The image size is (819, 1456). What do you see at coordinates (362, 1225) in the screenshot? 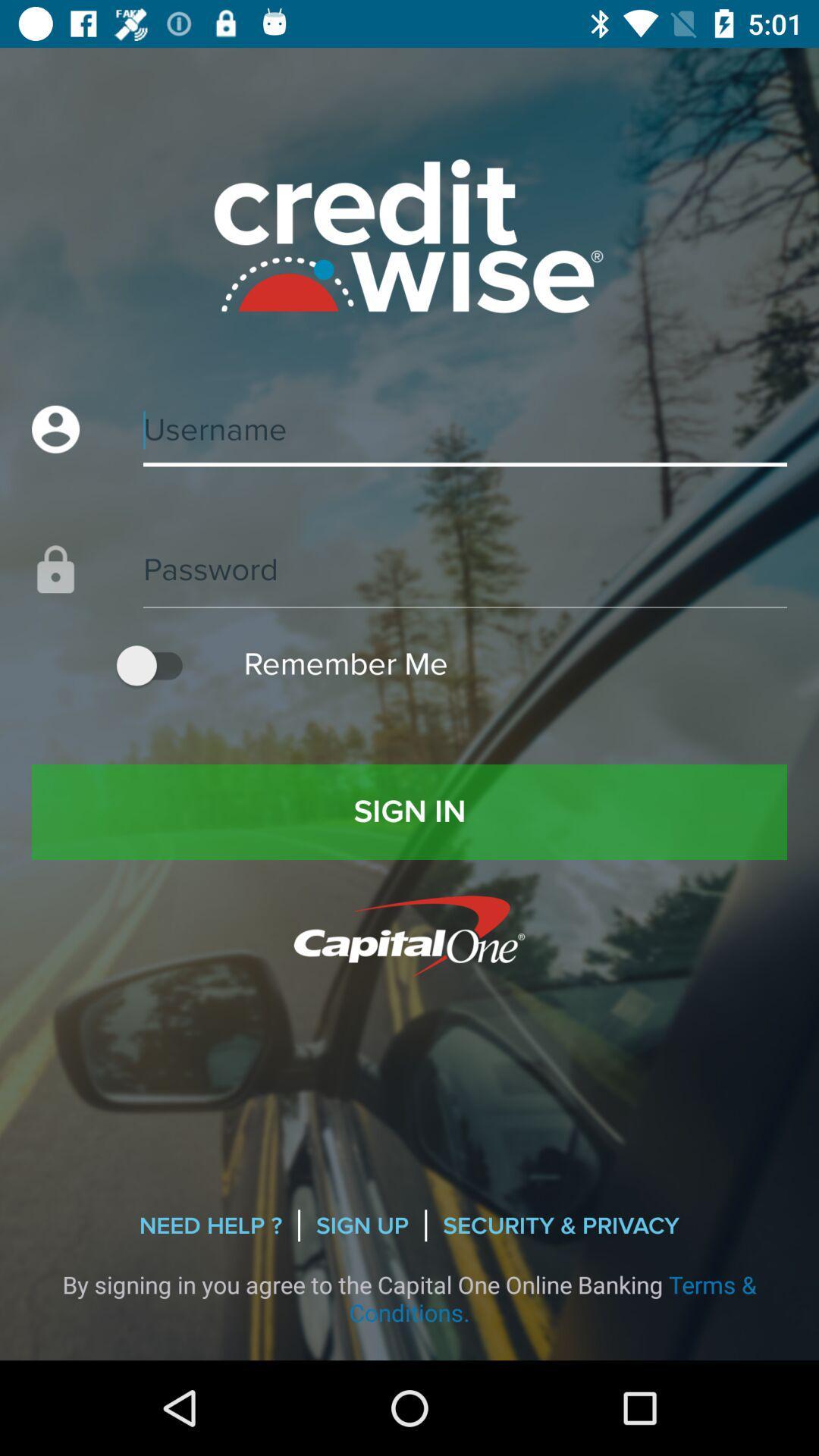
I see `the sign up icon` at bounding box center [362, 1225].